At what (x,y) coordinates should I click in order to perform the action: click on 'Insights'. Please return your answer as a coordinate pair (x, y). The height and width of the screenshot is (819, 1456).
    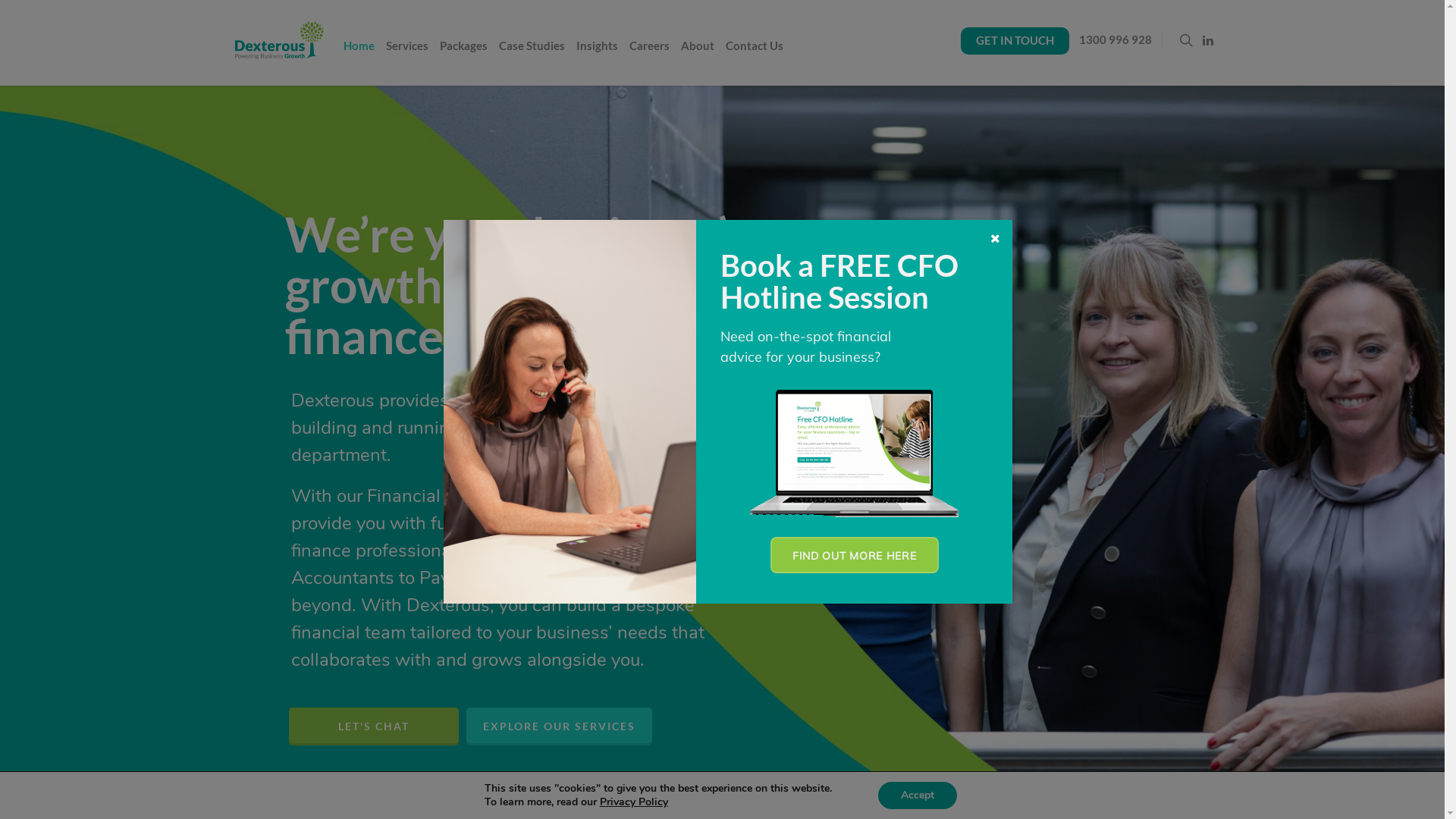
    Looking at the image, I should click on (601, 55).